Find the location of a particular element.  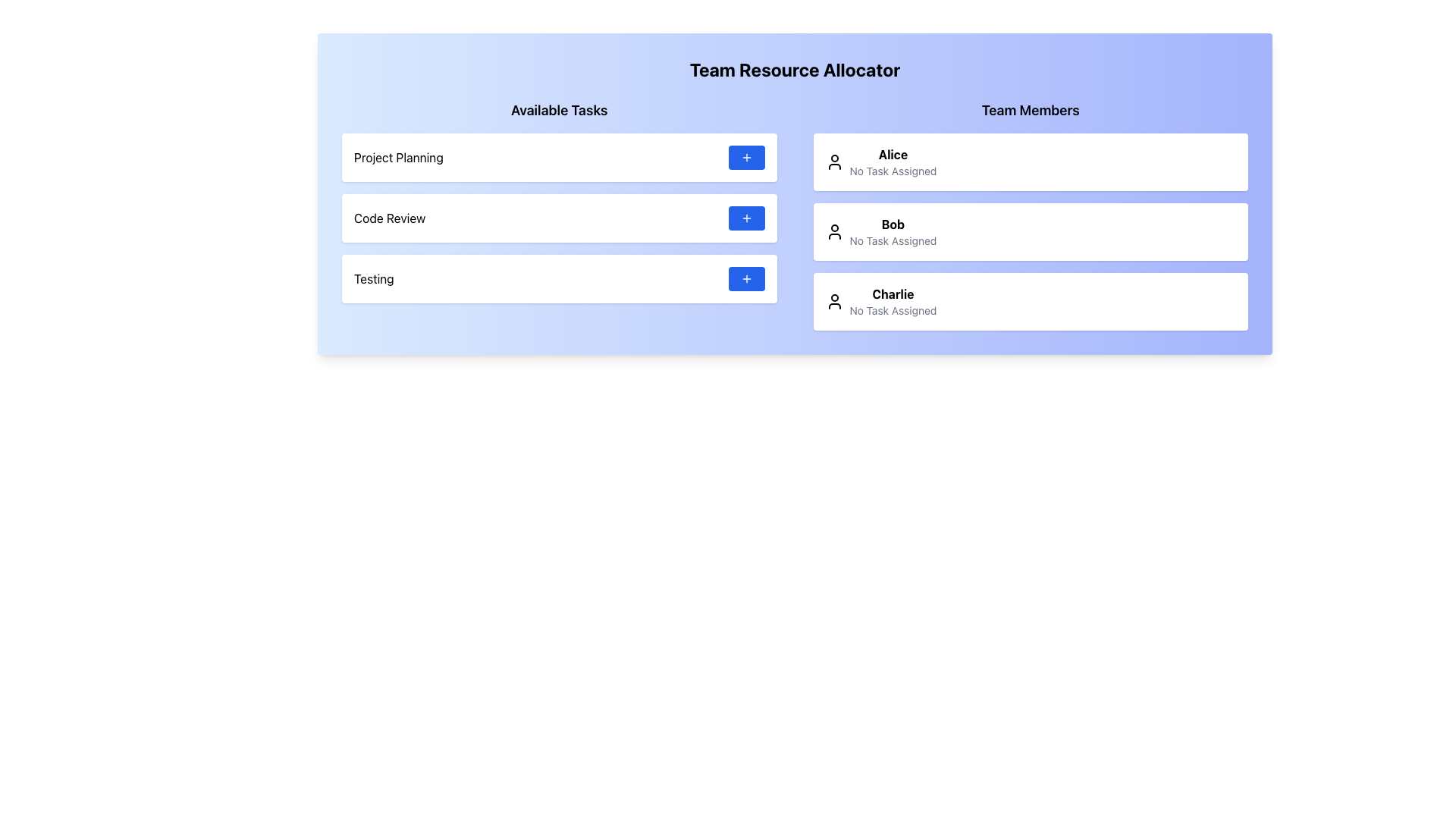

the SVG icon that indicates the button for adding a new task in the 'Available Tasks' section is located at coordinates (746, 278).